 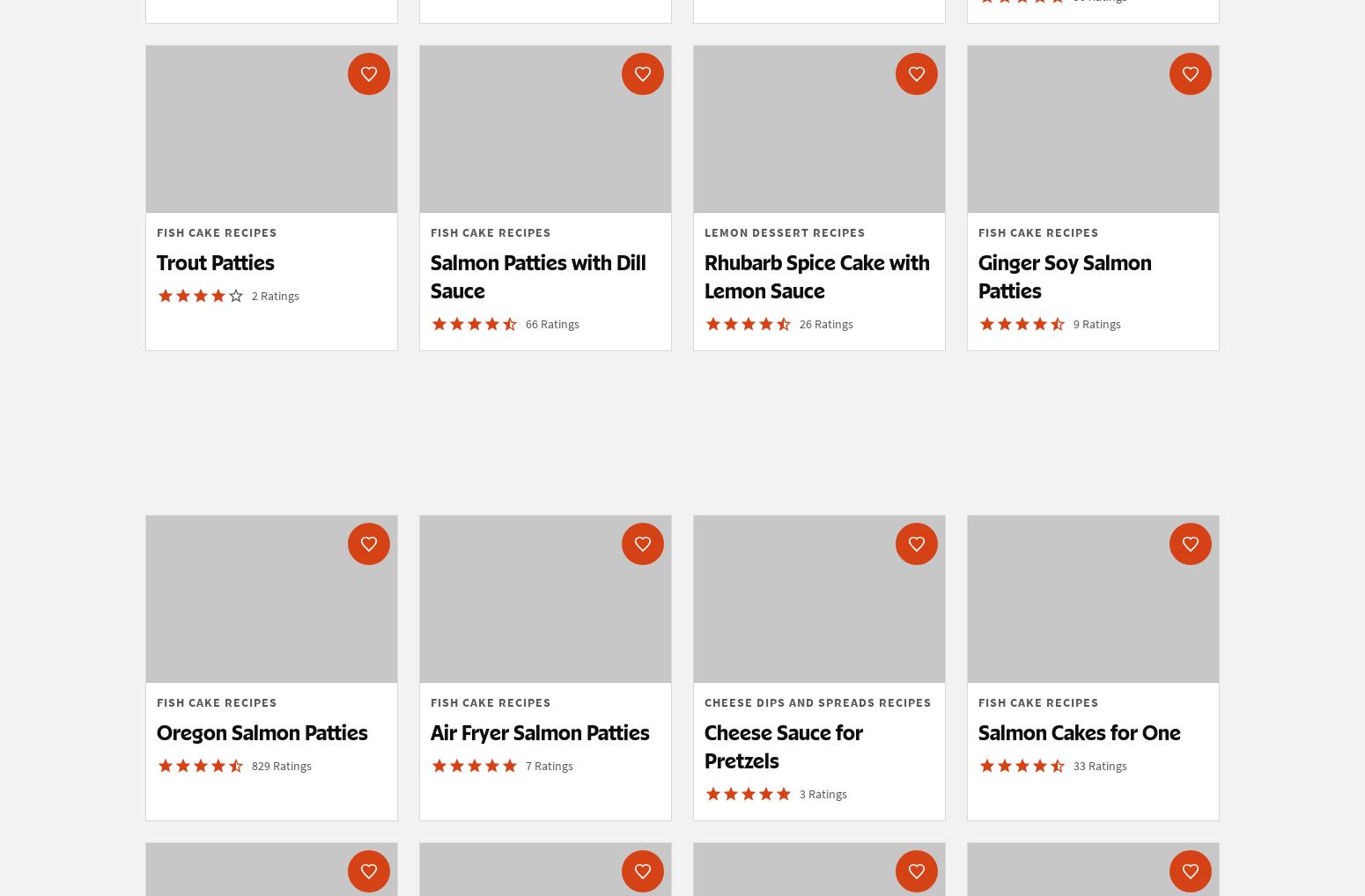 What do you see at coordinates (216, 261) in the screenshot?
I see `'Trout Patties'` at bounding box center [216, 261].